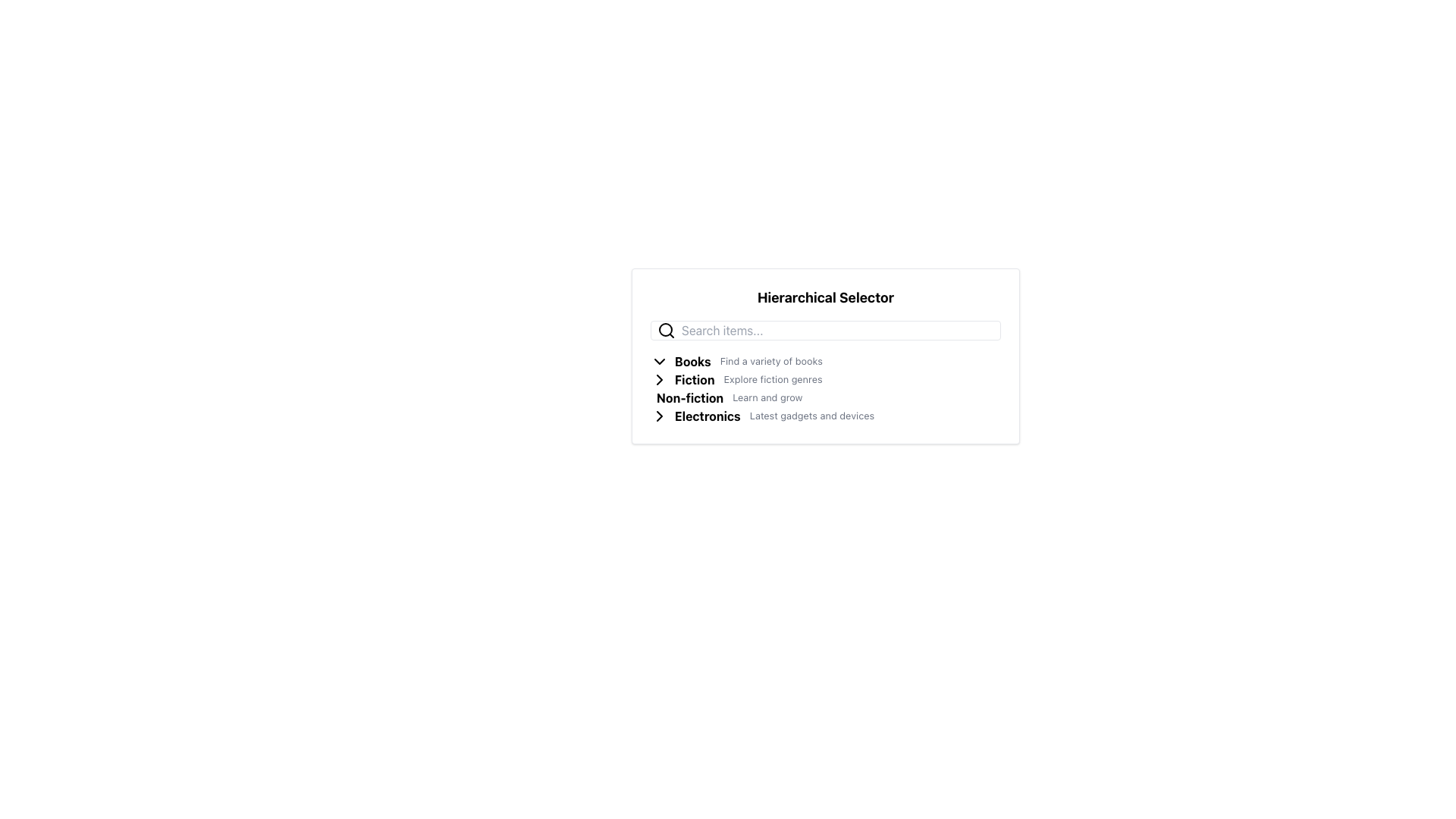 Image resolution: width=1456 pixels, height=819 pixels. I want to click on the 'Fiction' hierarchical navigation entry, so click(825, 388).